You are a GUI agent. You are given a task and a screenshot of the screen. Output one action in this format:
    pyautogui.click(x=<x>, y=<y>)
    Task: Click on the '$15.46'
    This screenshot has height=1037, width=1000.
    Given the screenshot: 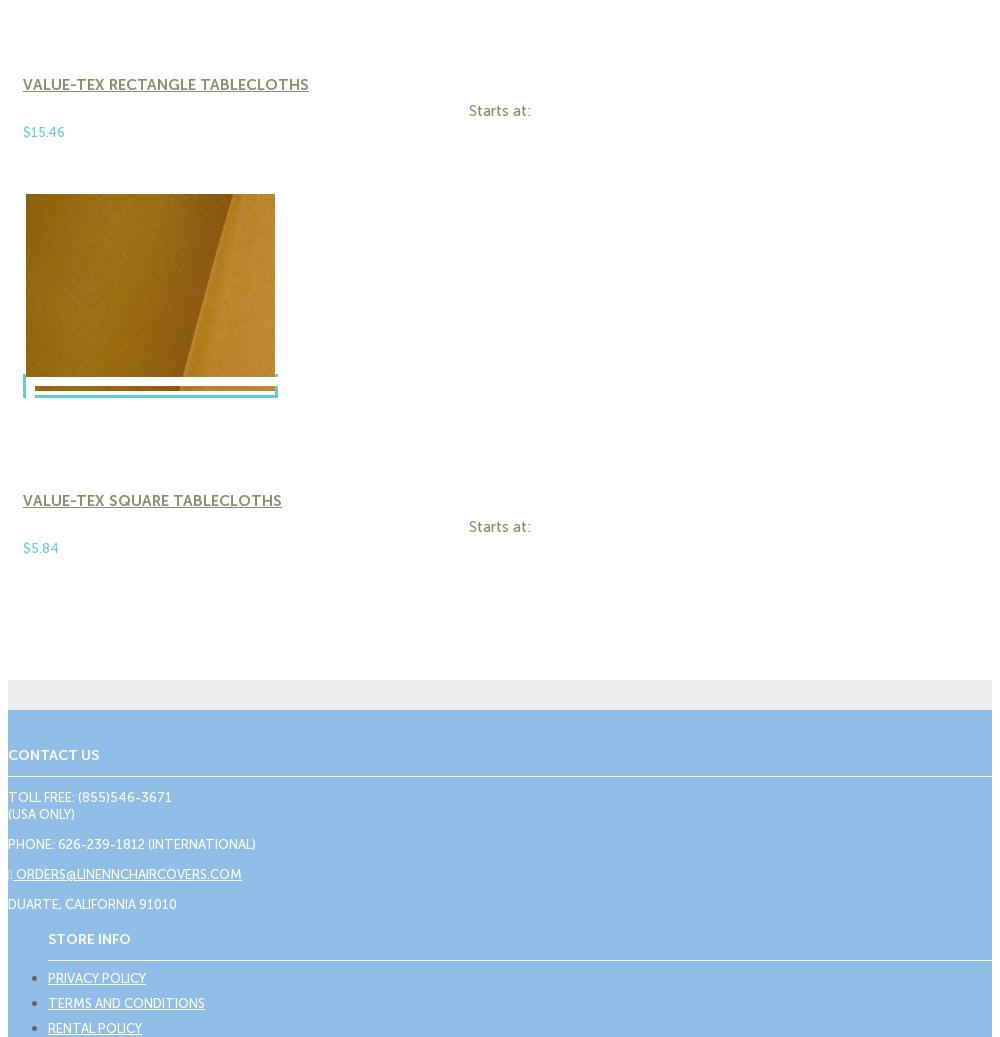 What is the action you would take?
    pyautogui.click(x=44, y=131)
    